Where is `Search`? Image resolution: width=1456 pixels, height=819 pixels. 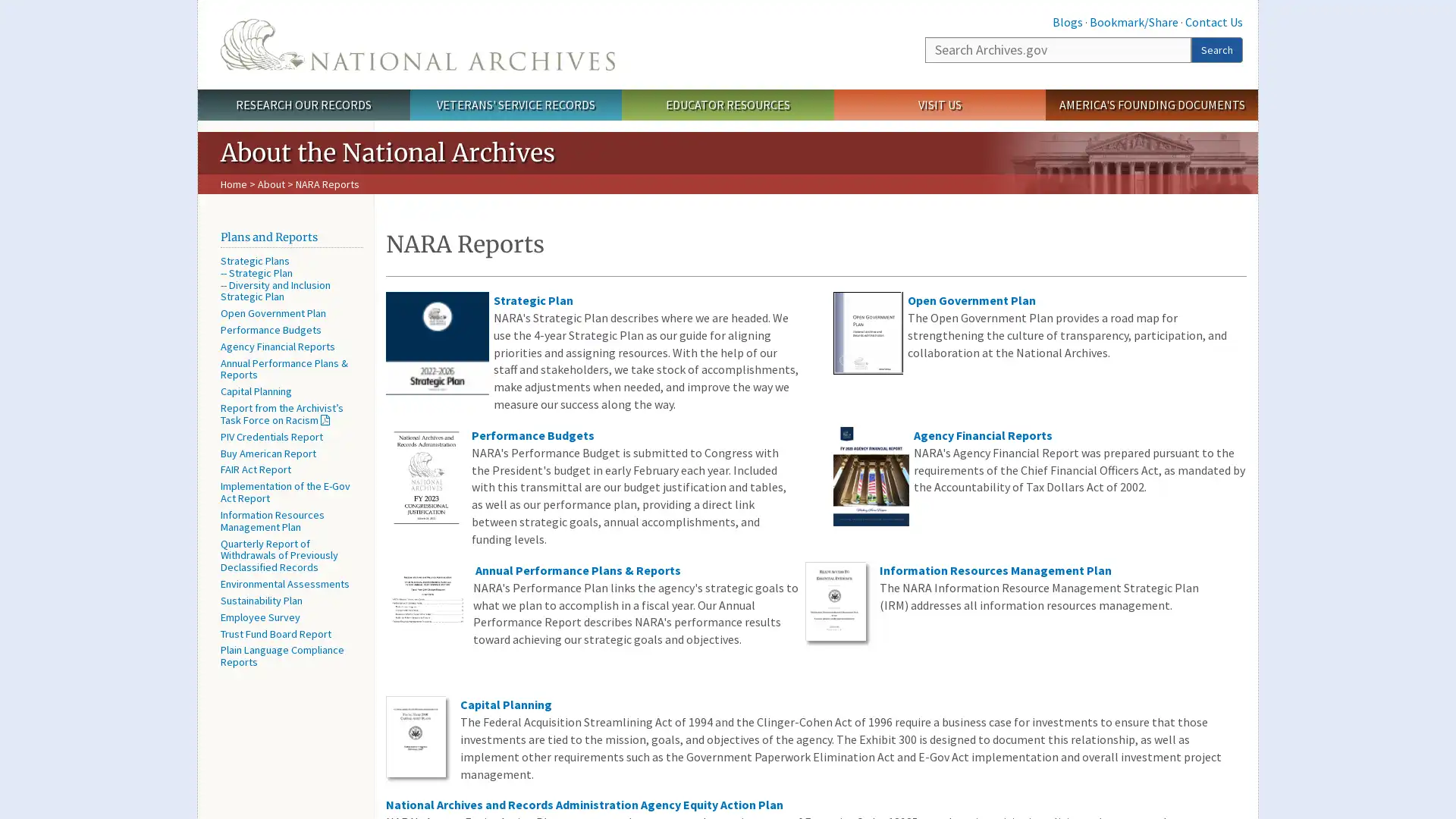
Search is located at coordinates (1216, 49).